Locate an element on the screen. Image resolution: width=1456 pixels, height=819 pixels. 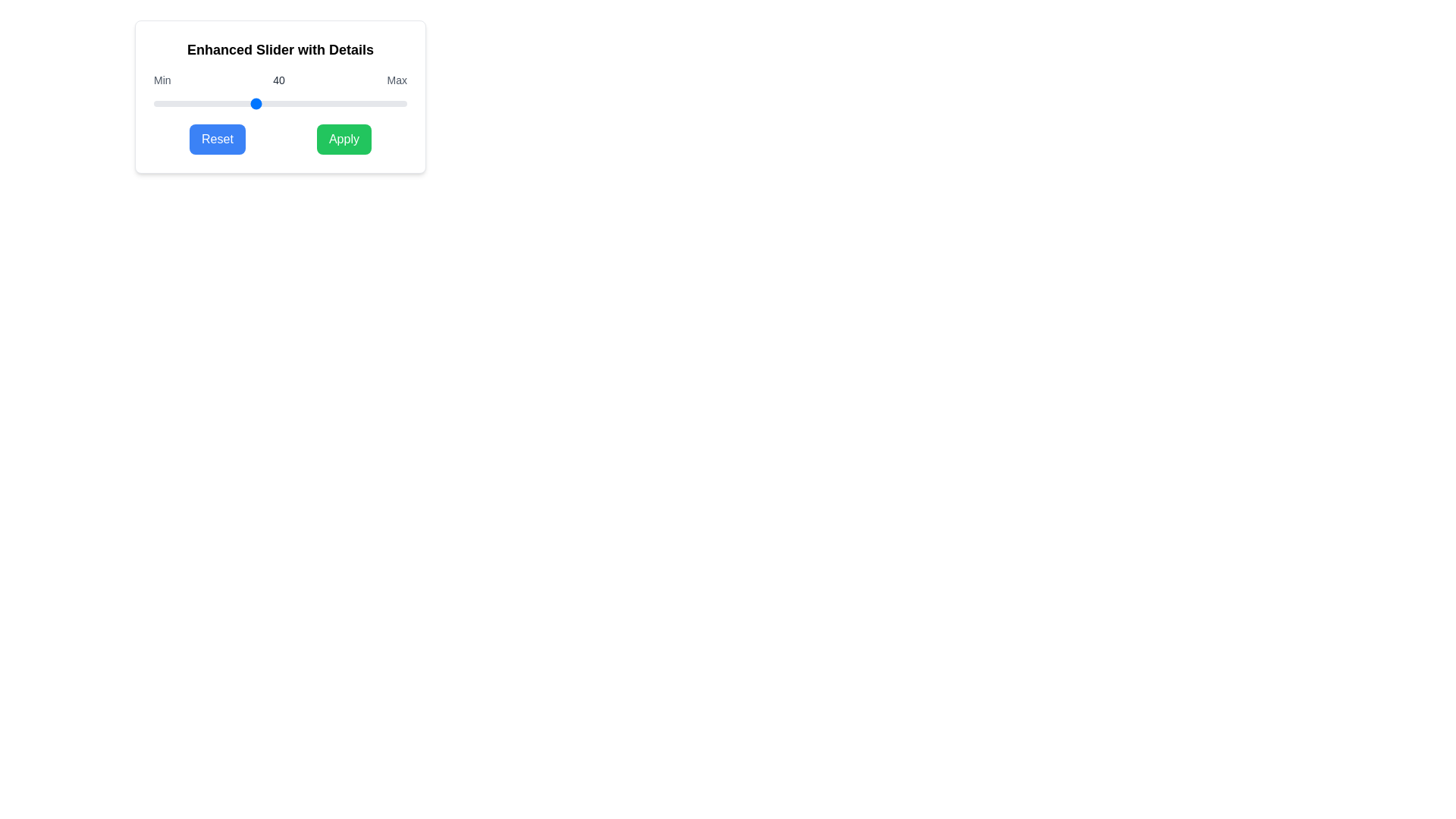
the static text label displaying '40', which is positioned between 'Min' and 'Max', and is located slightly above the slider in the upper center region of the interface card is located at coordinates (279, 80).